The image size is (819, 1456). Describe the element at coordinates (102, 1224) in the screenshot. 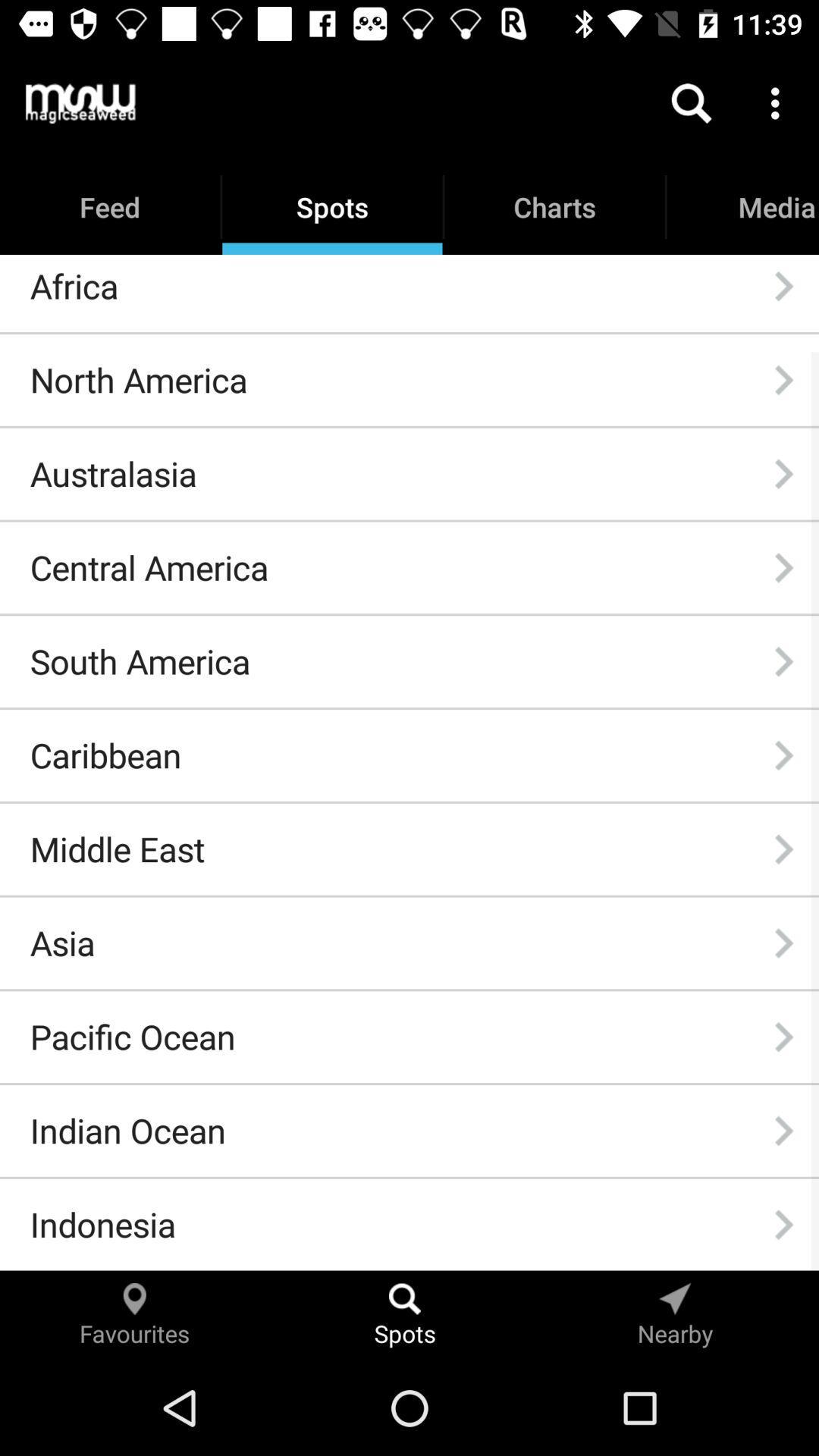

I see `indonesia icon` at that location.